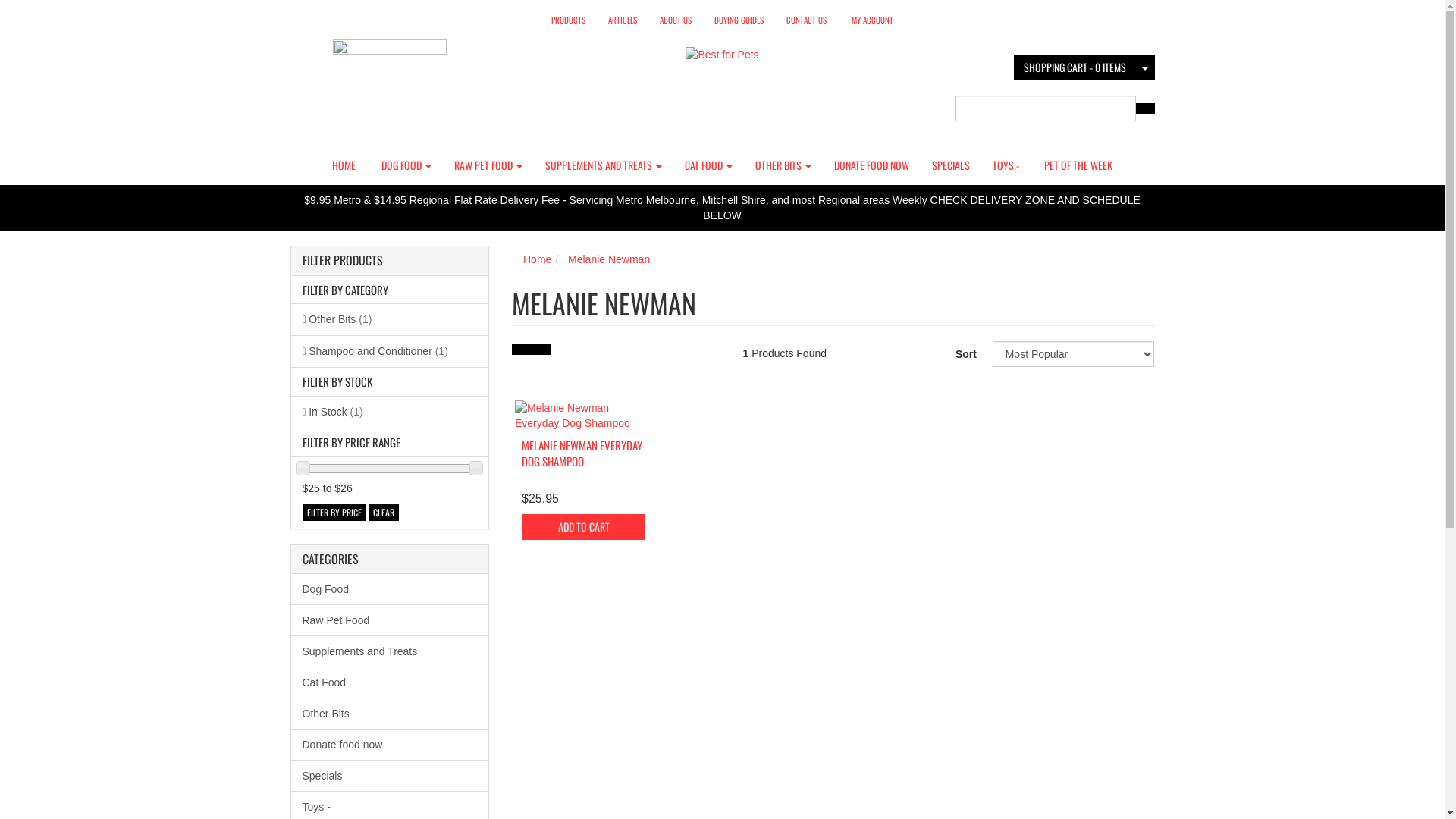  Describe the element at coordinates (1144, 107) in the screenshot. I see `'Search'` at that location.